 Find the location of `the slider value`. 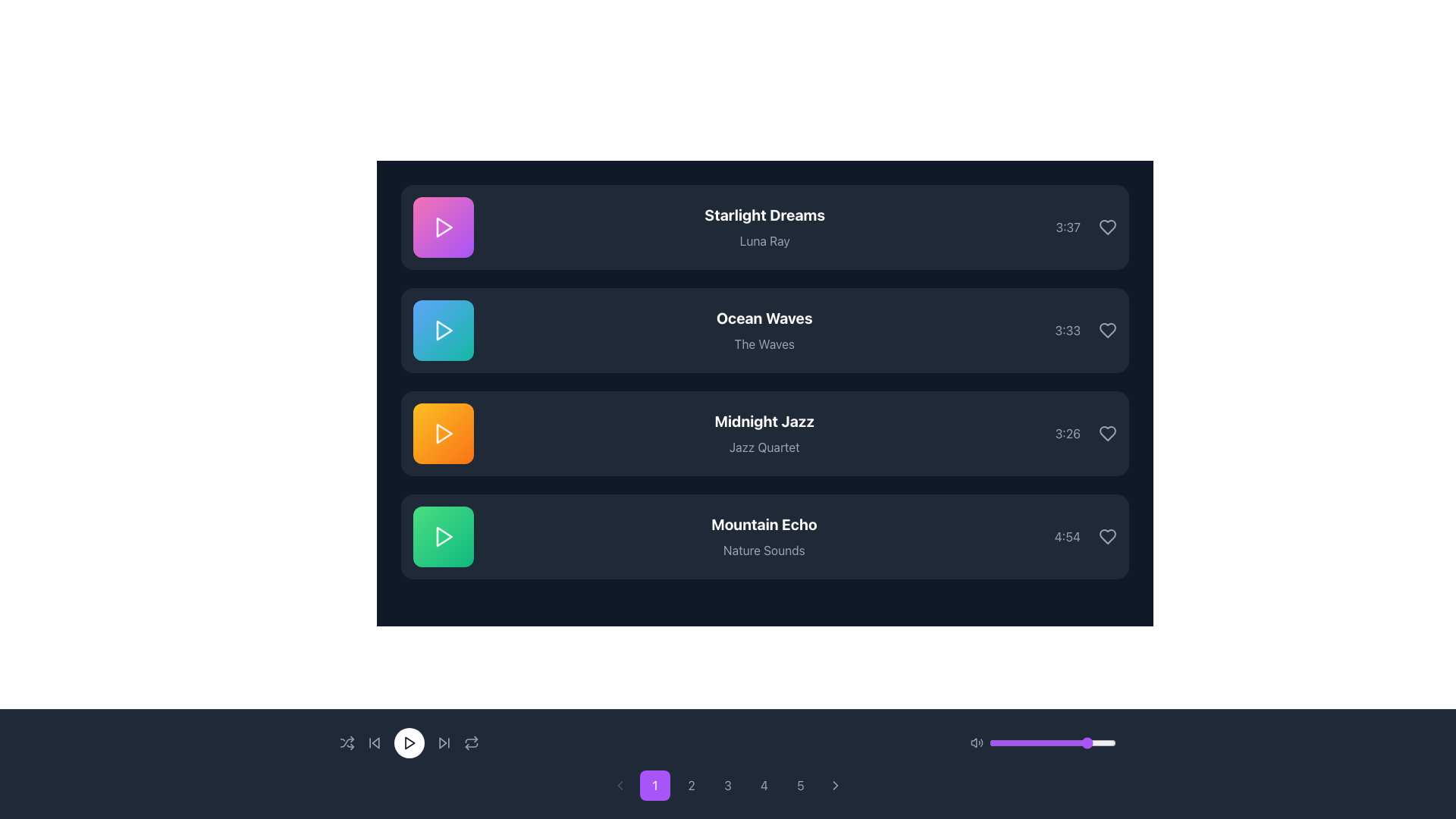

the slider value is located at coordinates (1022, 742).